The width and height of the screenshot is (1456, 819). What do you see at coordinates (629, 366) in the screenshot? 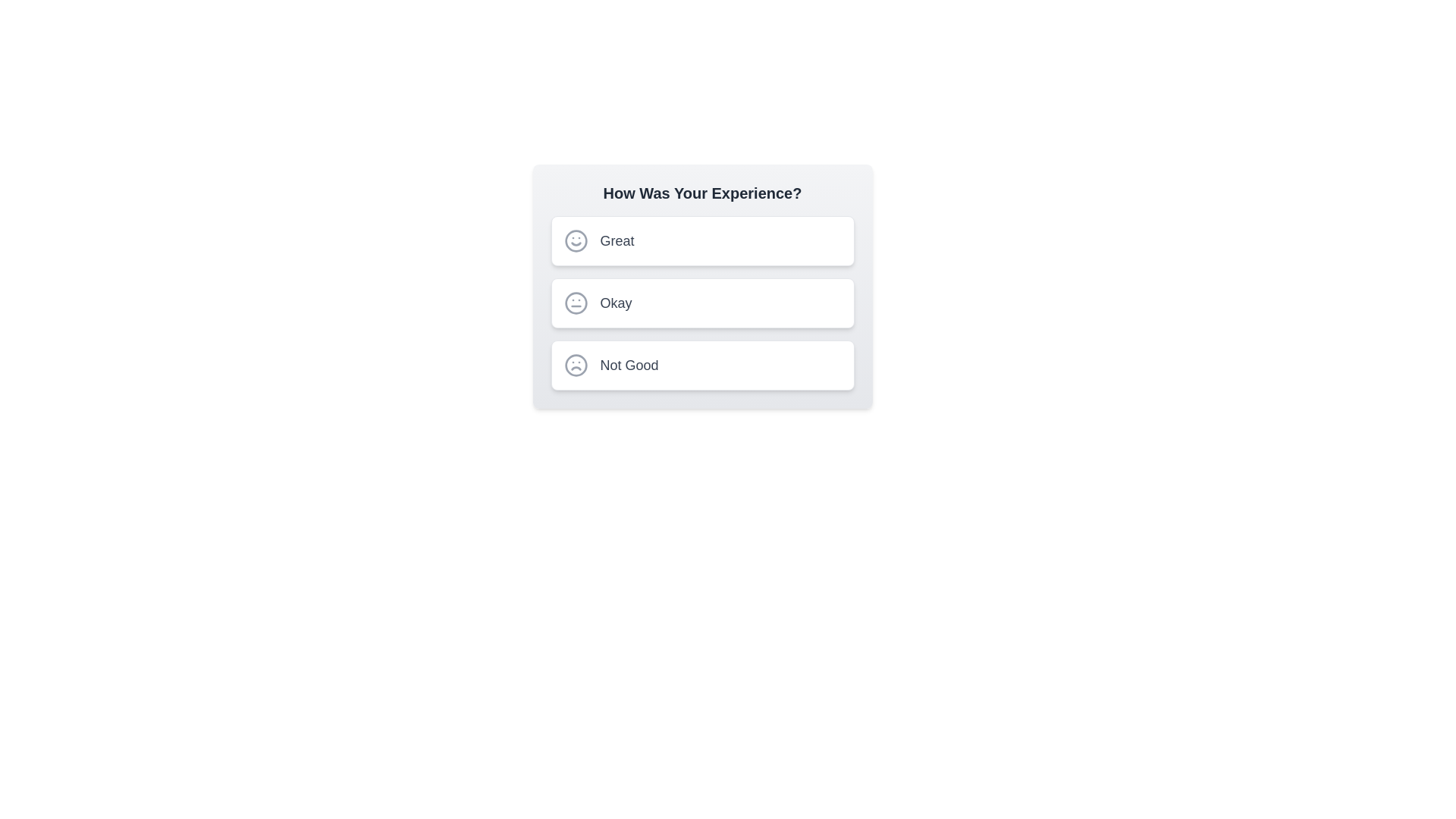
I see `the text label indicating a negative choice in the user feedback section located between the 'Okay' option and empty space in the vertical list of three options` at bounding box center [629, 366].